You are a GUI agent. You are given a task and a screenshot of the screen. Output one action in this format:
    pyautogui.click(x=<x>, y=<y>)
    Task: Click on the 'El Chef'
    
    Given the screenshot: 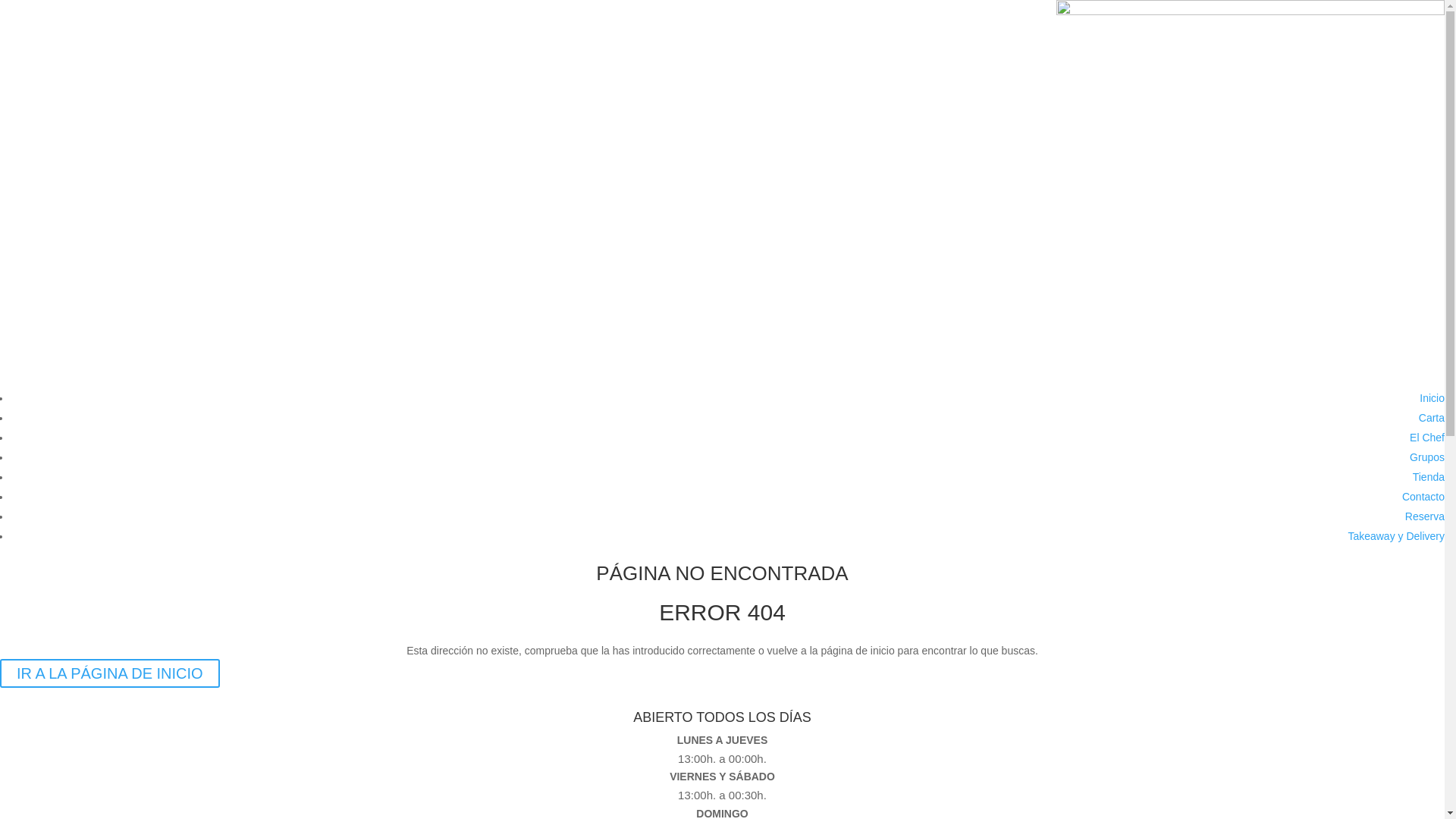 What is the action you would take?
    pyautogui.click(x=1426, y=438)
    